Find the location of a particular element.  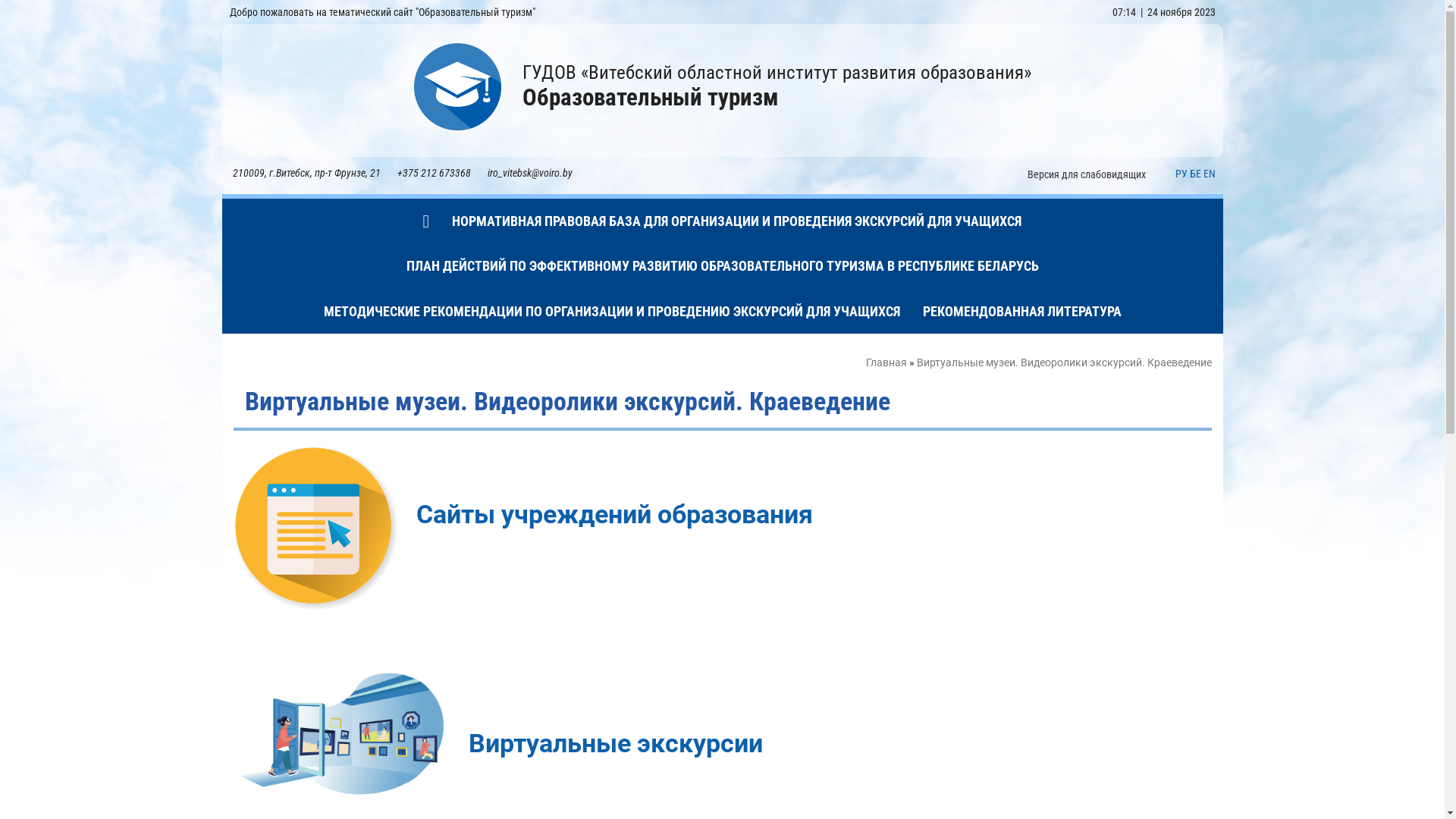

'EN' is located at coordinates (1201, 172).